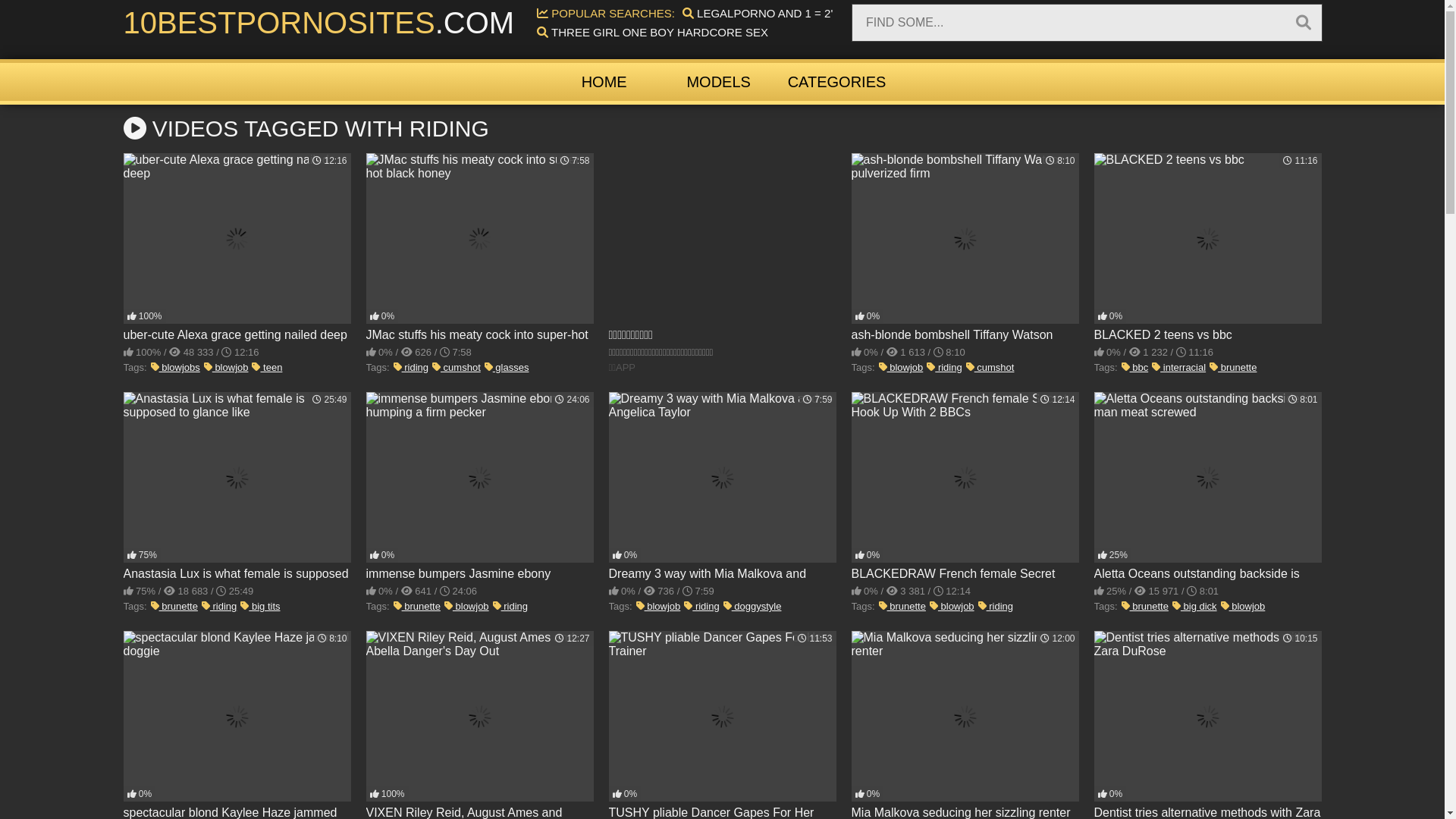  Describe the element at coordinates (175, 367) in the screenshot. I see `'blowjobs'` at that location.